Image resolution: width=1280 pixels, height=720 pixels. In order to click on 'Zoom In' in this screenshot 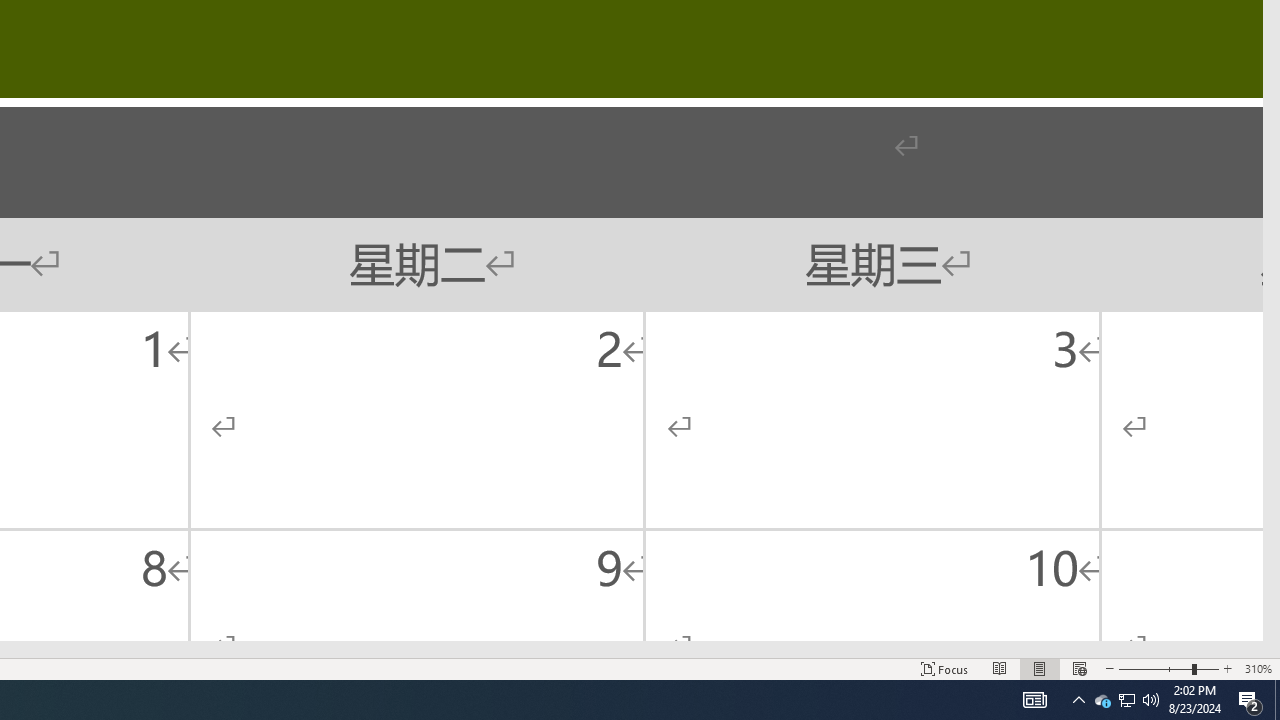, I will do `click(1226, 669)`.